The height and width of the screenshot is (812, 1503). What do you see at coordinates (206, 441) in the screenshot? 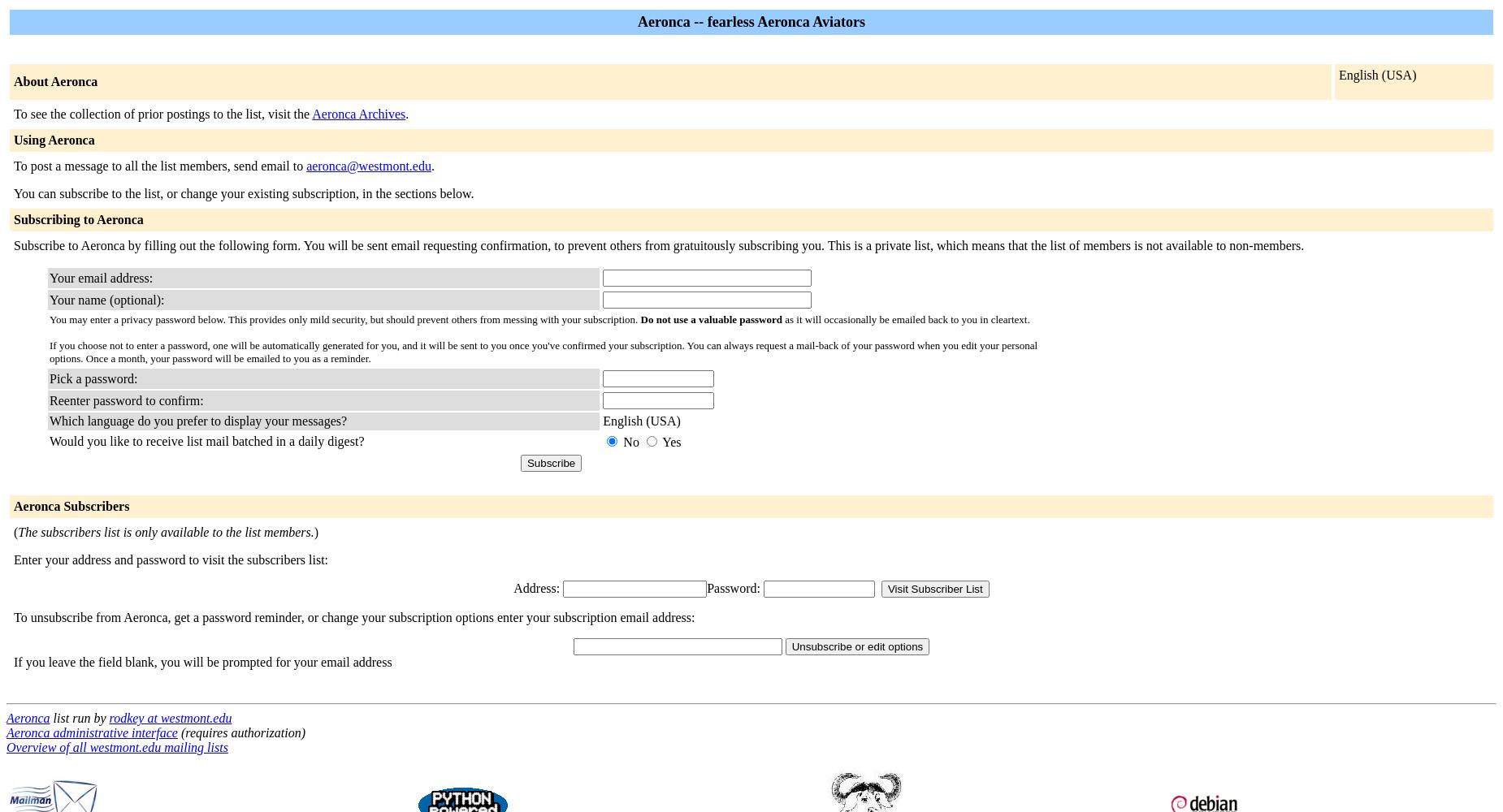
I see `'Would you like to receive list mail batched in a daily
	  digest?'` at bounding box center [206, 441].